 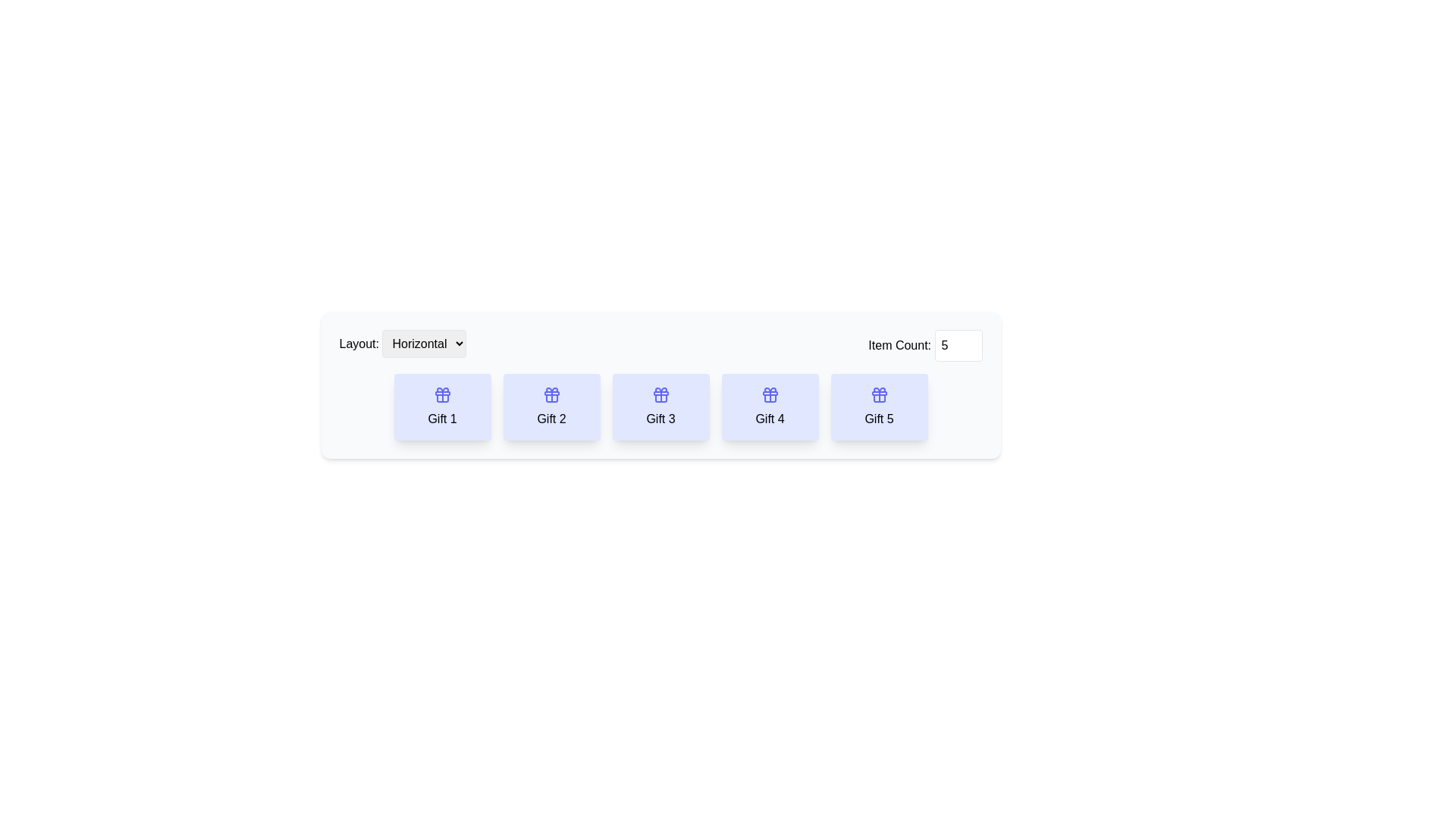 I want to click on the decorative graphical element representing a horizontal stripe in the third gift box icon within the SVG, so click(x=661, y=393).